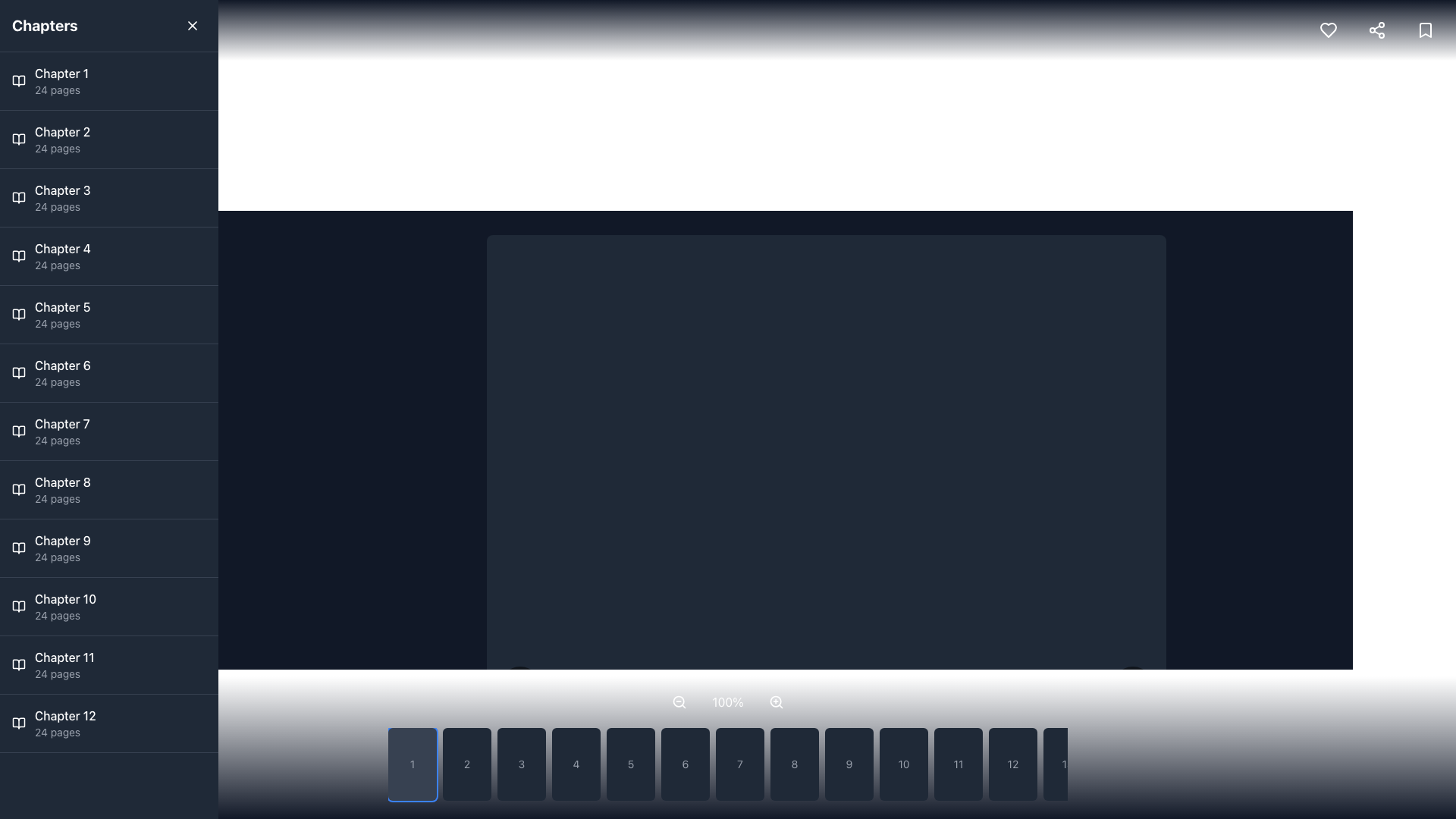 This screenshot has width=1456, height=819. Describe the element at coordinates (1328, 30) in the screenshot. I see `the heart-shaped icon located at the top-right corner of the user interface, which symbolizes a favorite or like functionality` at that location.